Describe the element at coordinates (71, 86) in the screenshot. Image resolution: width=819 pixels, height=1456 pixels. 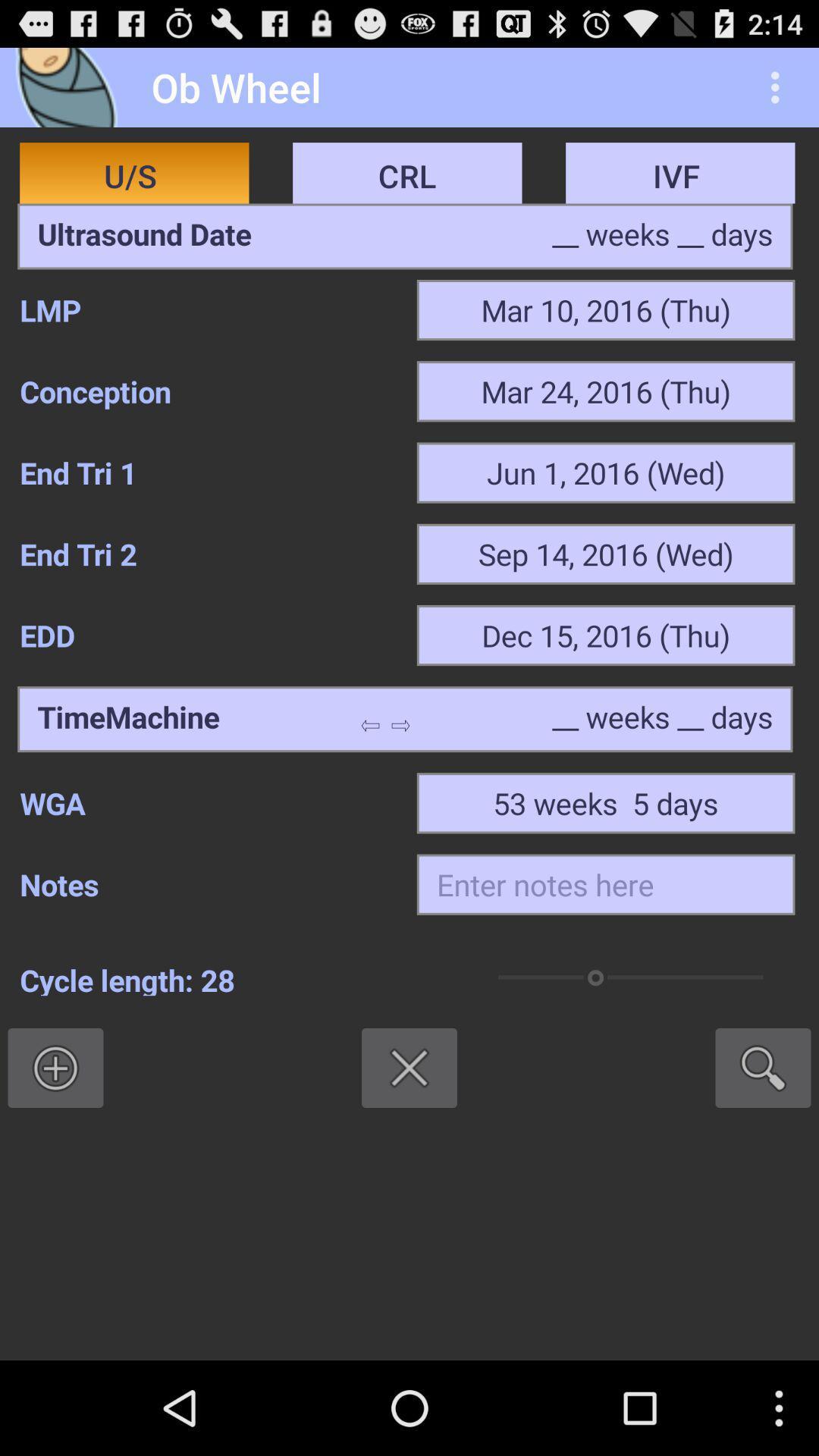
I see `app next to the ob wheel item` at that location.